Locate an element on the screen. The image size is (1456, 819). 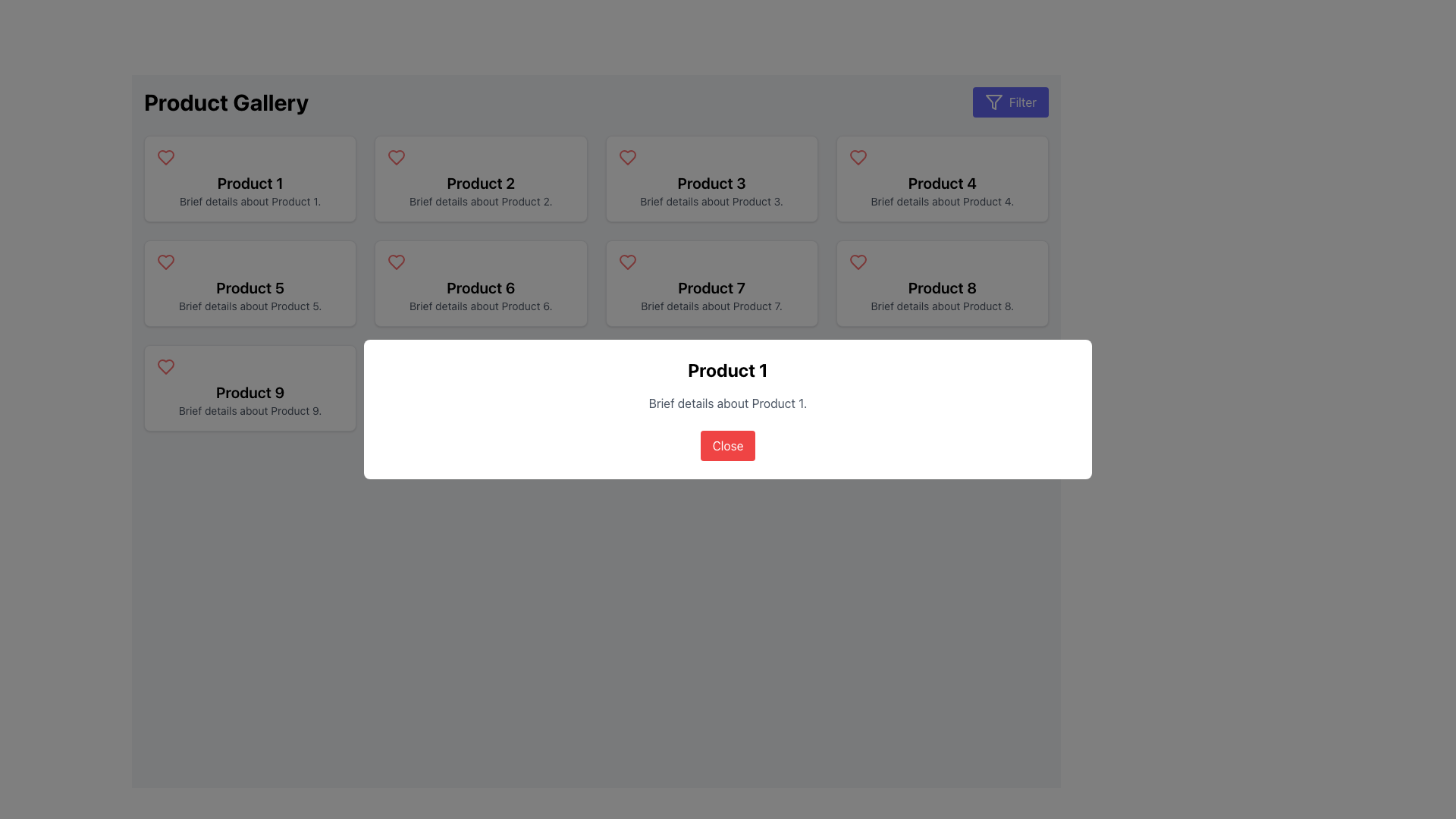
the heart icon located at the top-left corner of the card labeled 'Product 8' to mark the product as favorite is located at coordinates (858, 262).